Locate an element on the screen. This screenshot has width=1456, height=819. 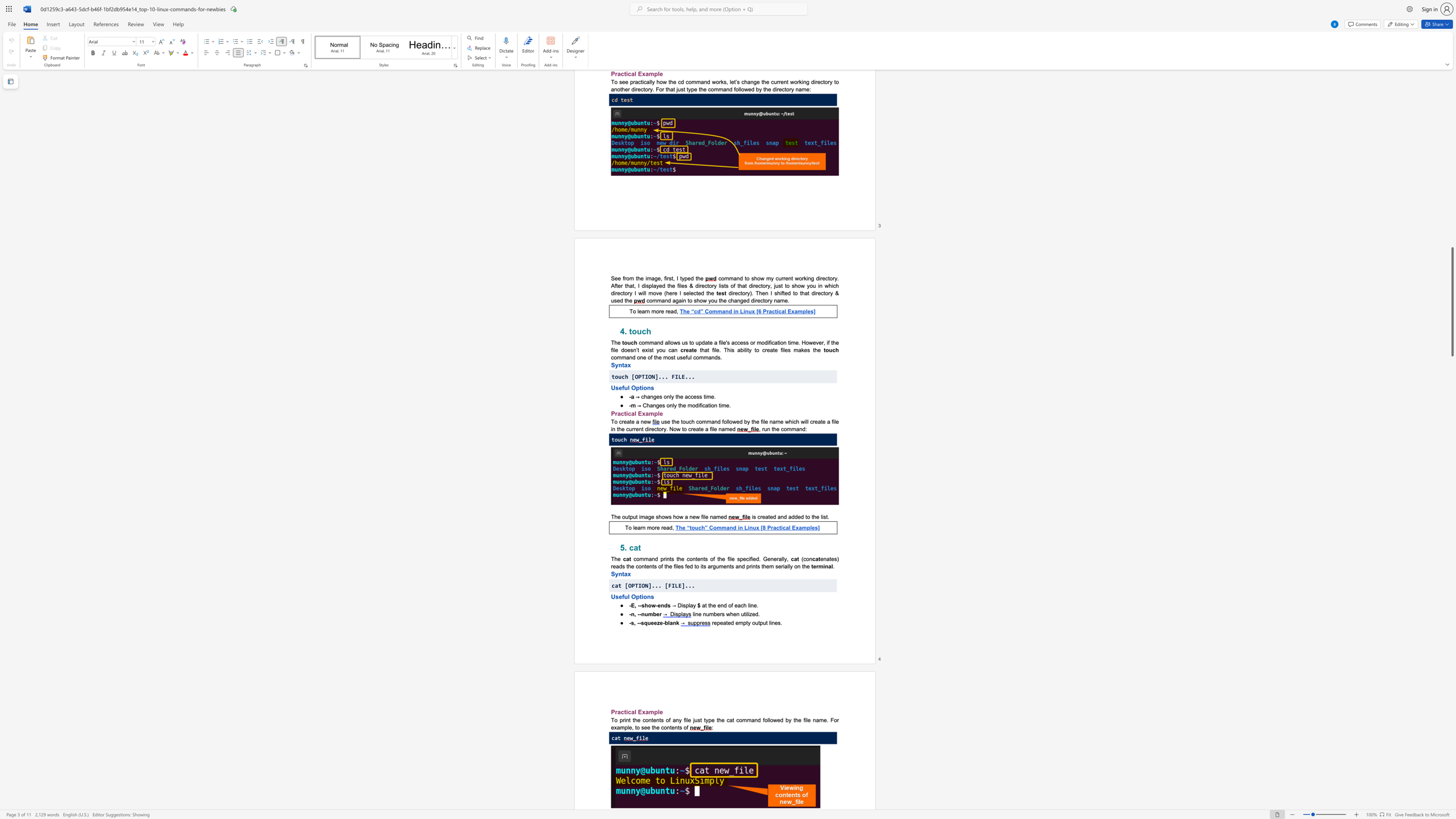
the subset text "ion" within the text "Useful Options" is located at coordinates (641, 596).